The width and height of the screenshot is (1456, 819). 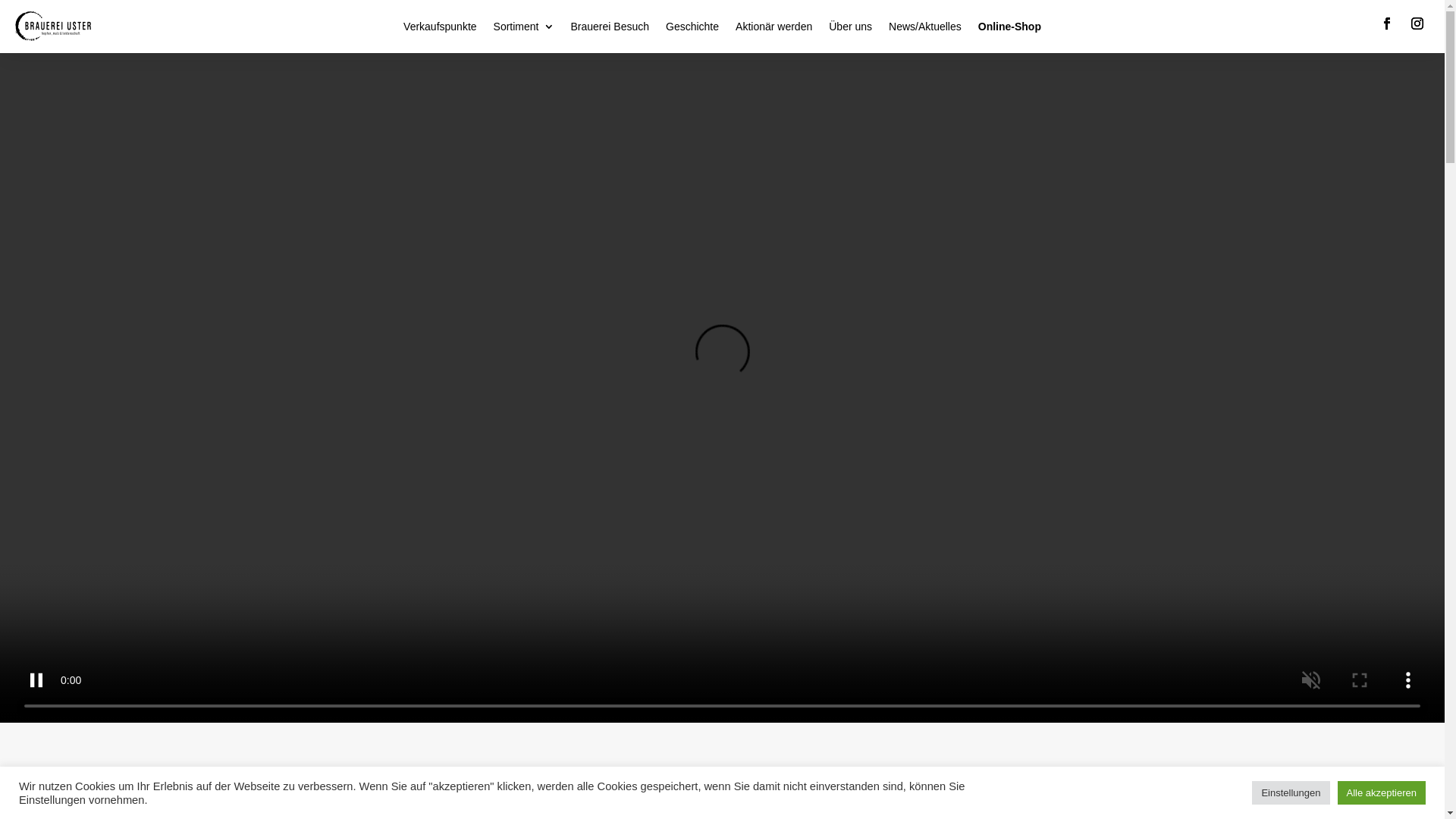 What do you see at coordinates (53, 26) in the screenshot?
I see `'Logo-Brauerei-Uster'` at bounding box center [53, 26].